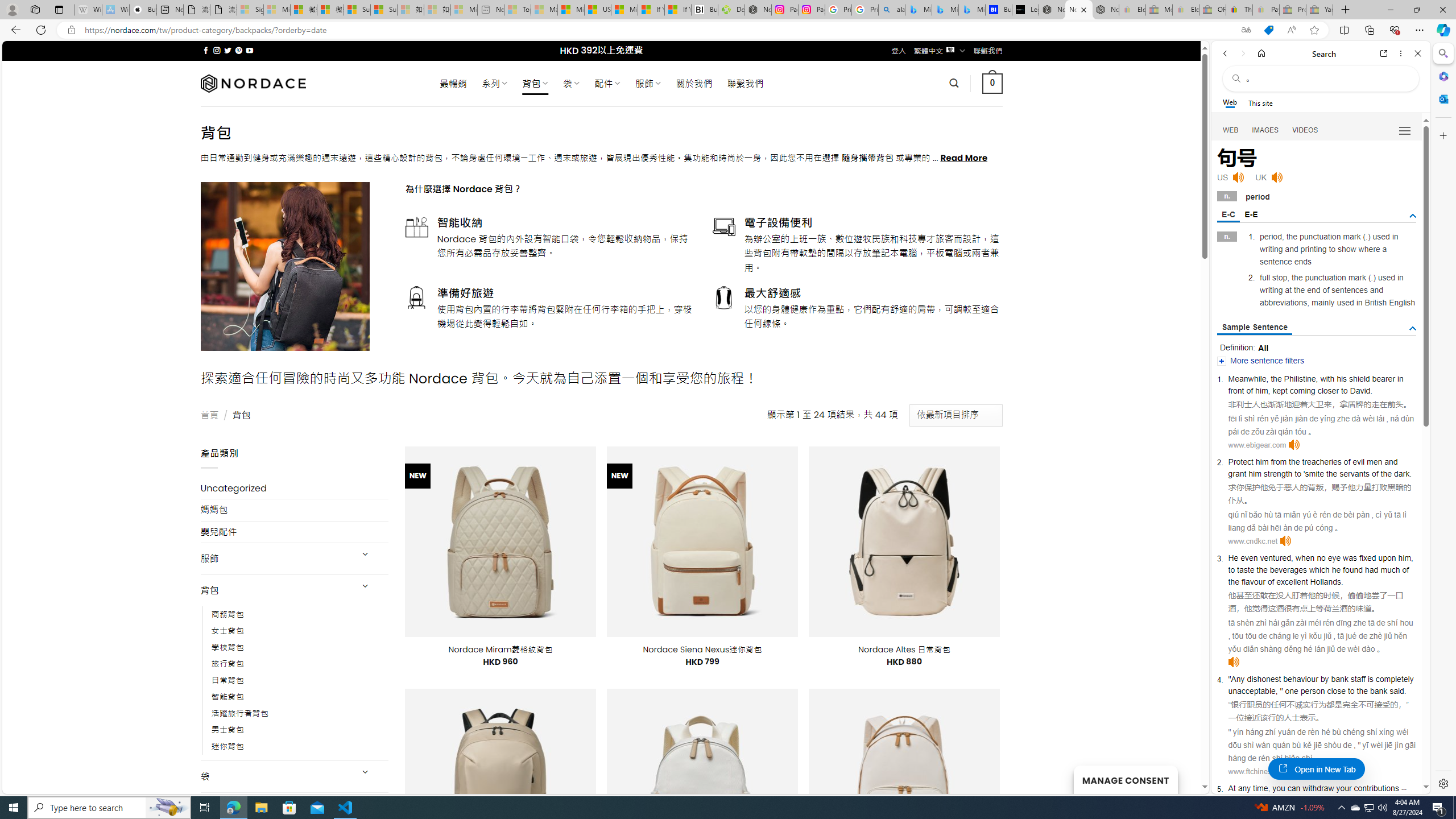 This screenshot has width=1456, height=819. Describe the element at coordinates (1278, 788) in the screenshot. I see `'you'` at that location.